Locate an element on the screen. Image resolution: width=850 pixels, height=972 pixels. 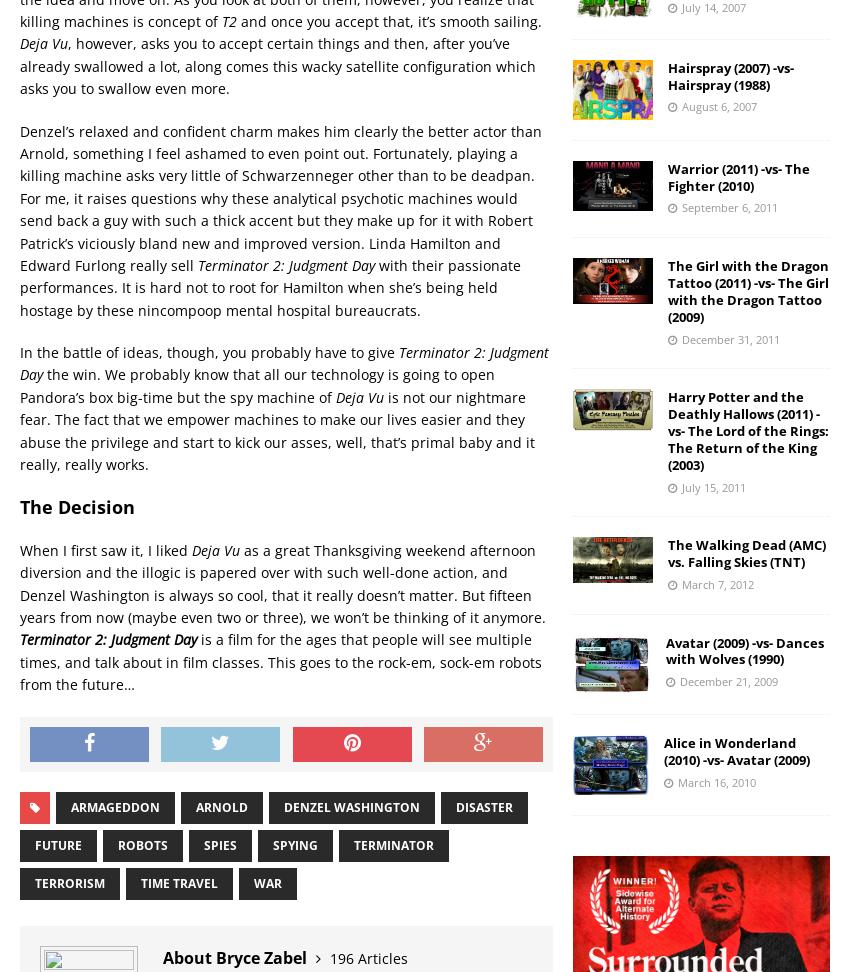
'Denzel’s relaxed and confident charm makes him clearly the better actor than Arnold, something I feel ashamed to even point out. Fortunately, playing a killing machine asks very little of Schwarzenneger other than to be deadpan. For me, it raises questions why these analytical psychotic machines would send back a guy with such a thick accent but they make up for it with Robert Patrick’s viciously bland new and improved version. Linda Hamilton and Edward Furlong really sell' is located at coordinates (18, 196).